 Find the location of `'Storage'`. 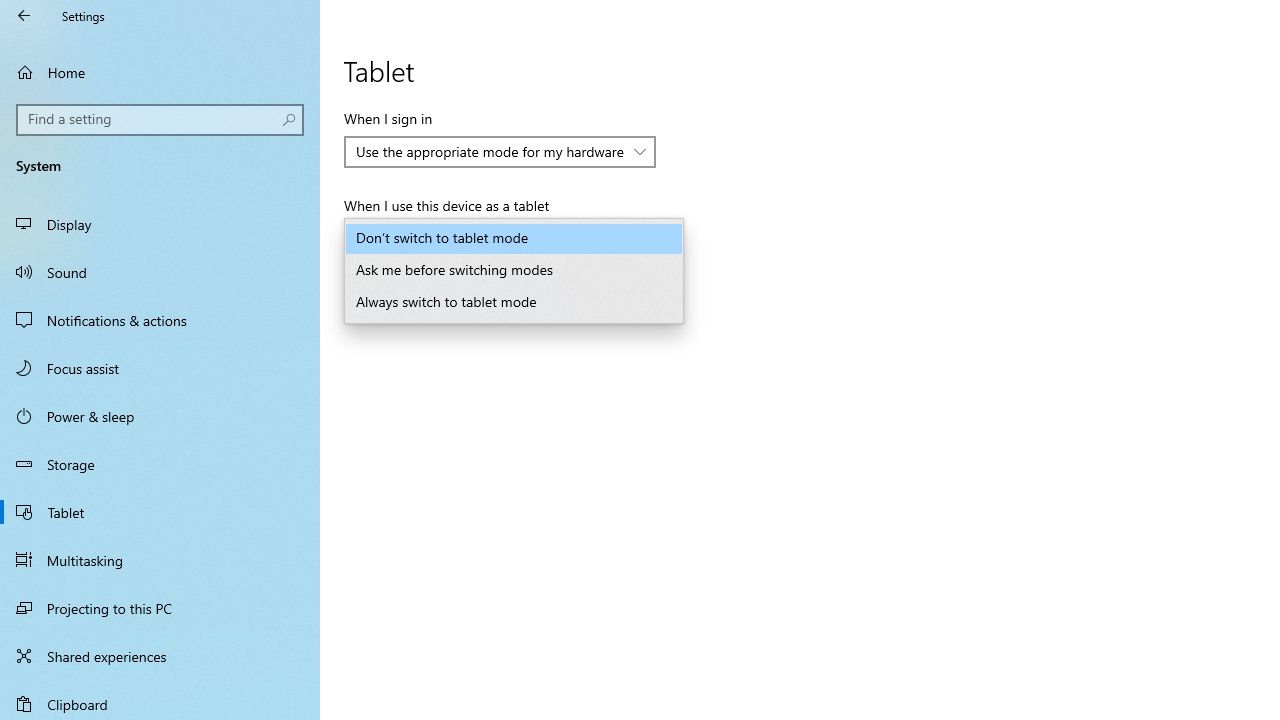

'Storage' is located at coordinates (160, 464).